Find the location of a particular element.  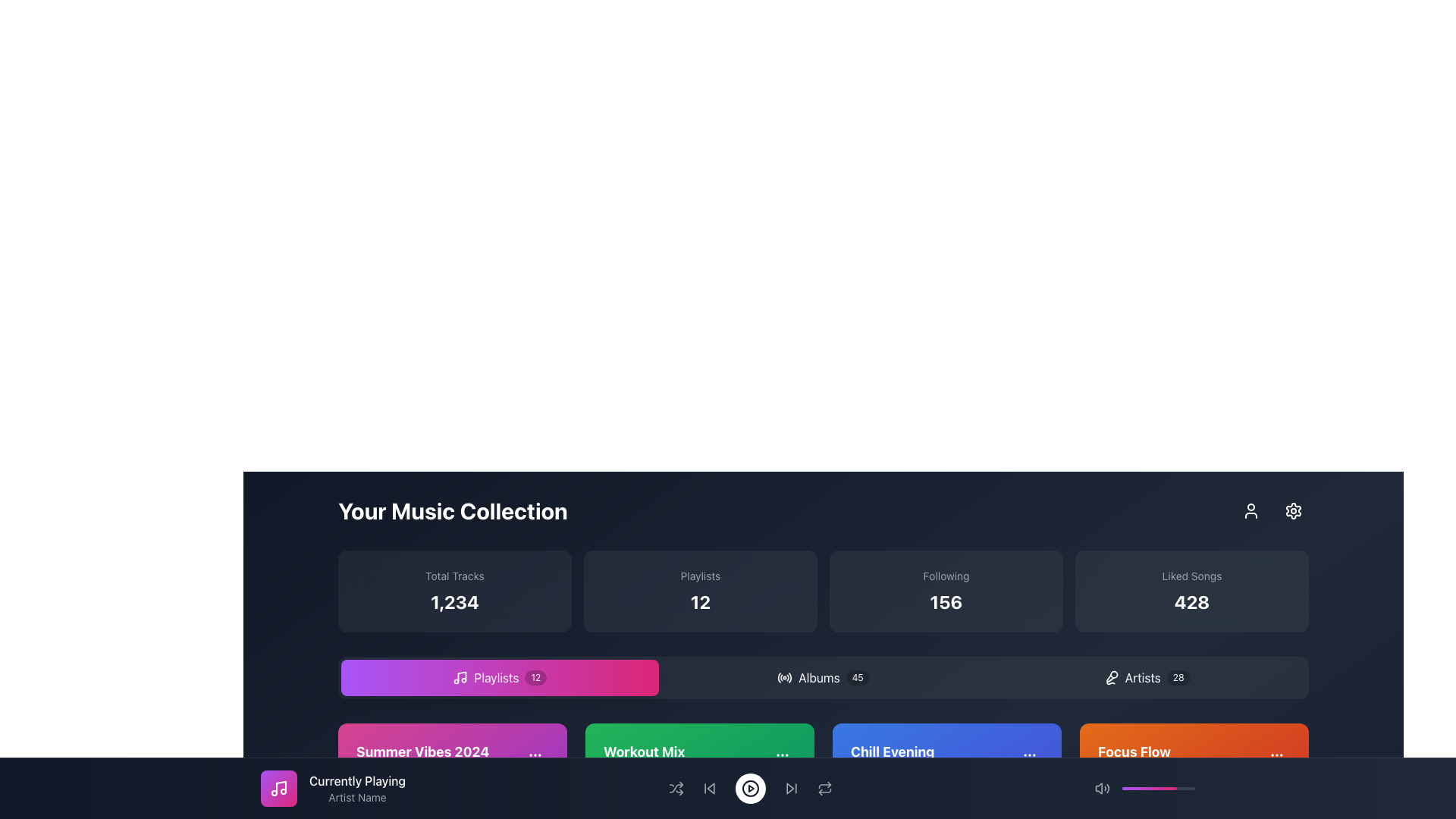

progress is located at coordinates (1192, 788).